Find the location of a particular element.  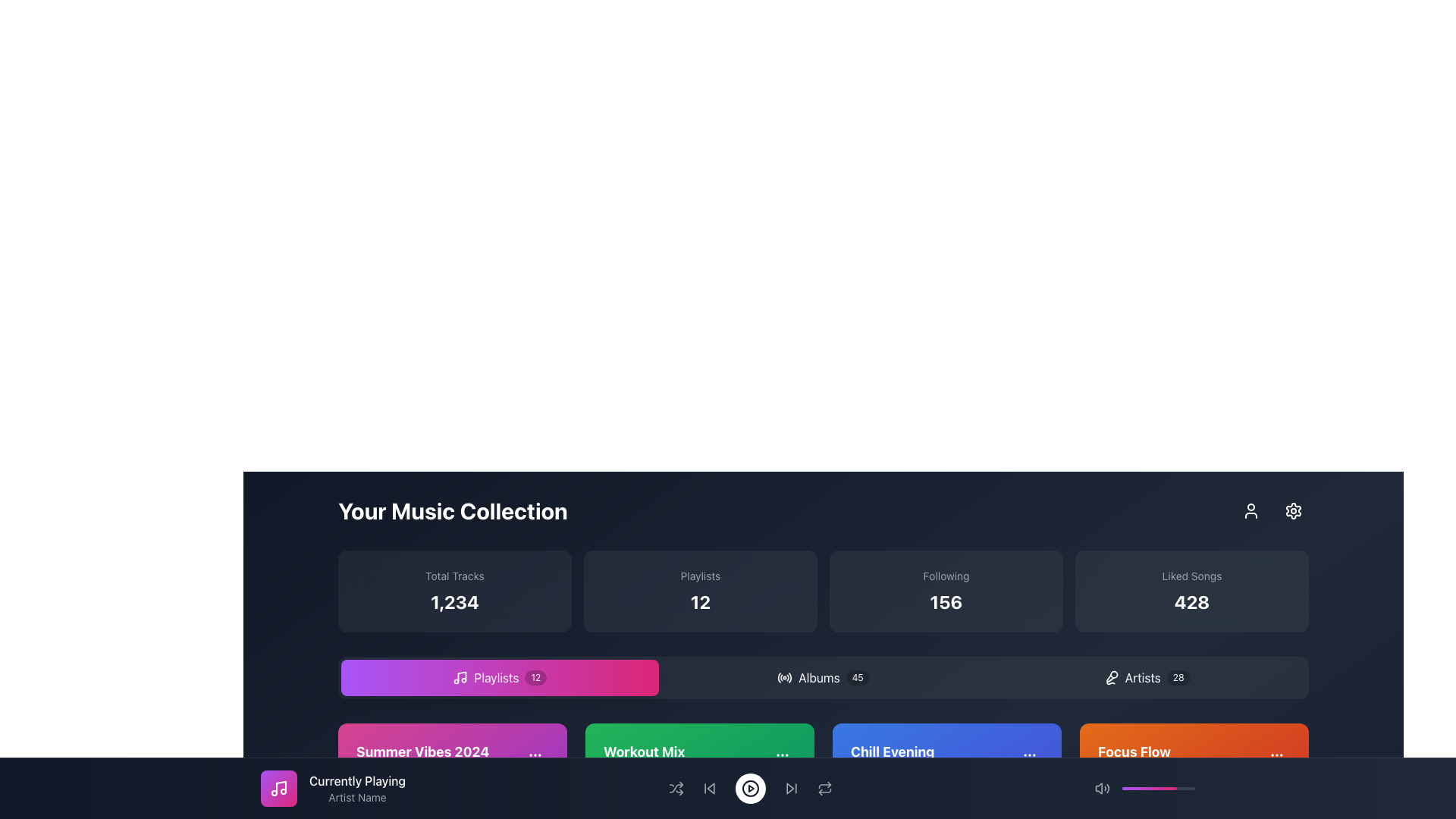

progress is located at coordinates (1192, 788).